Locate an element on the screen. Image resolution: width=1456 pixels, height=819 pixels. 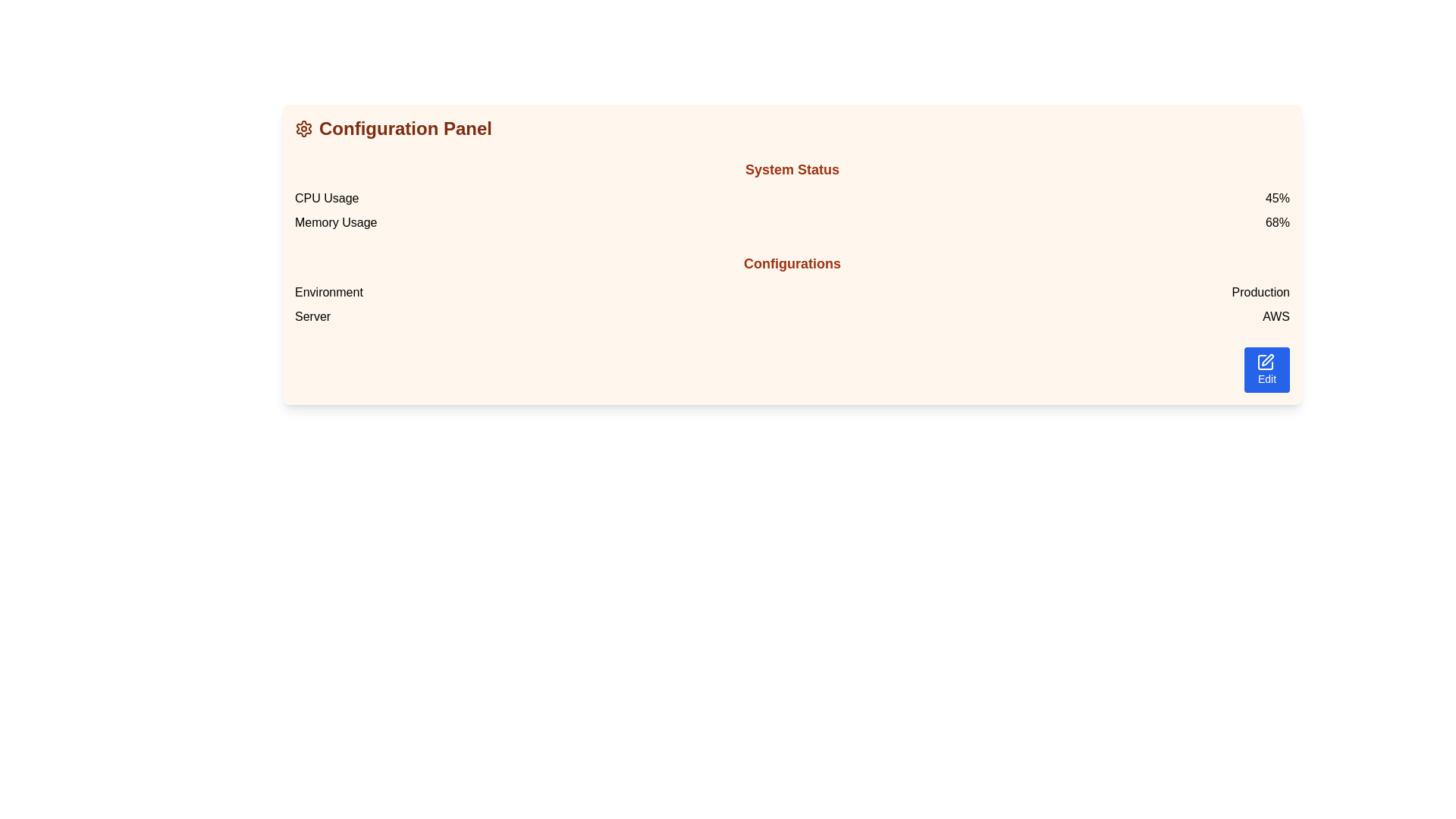
the text 'Environment' from the Text Label element, which is styled in a medium-weight font and located in the configuration panel under the subheading 'Configurations' is located at coordinates (328, 292).